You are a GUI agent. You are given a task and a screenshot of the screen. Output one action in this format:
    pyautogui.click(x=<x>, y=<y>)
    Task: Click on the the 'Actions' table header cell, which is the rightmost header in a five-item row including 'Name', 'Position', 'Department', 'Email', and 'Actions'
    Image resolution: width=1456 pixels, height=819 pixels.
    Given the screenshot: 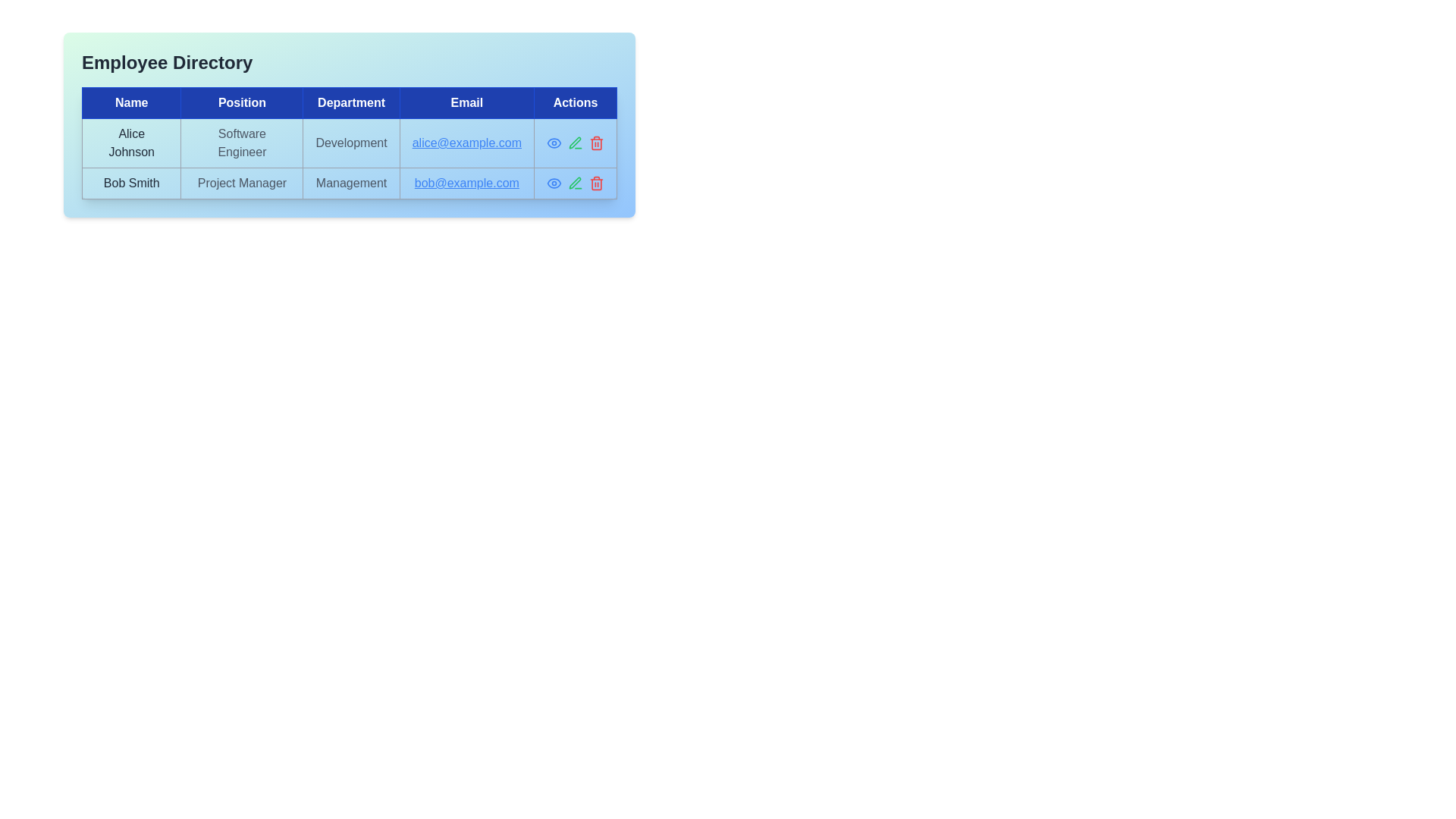 What is the action you would take?
    pyautogui.click(x=574, y=102)
    